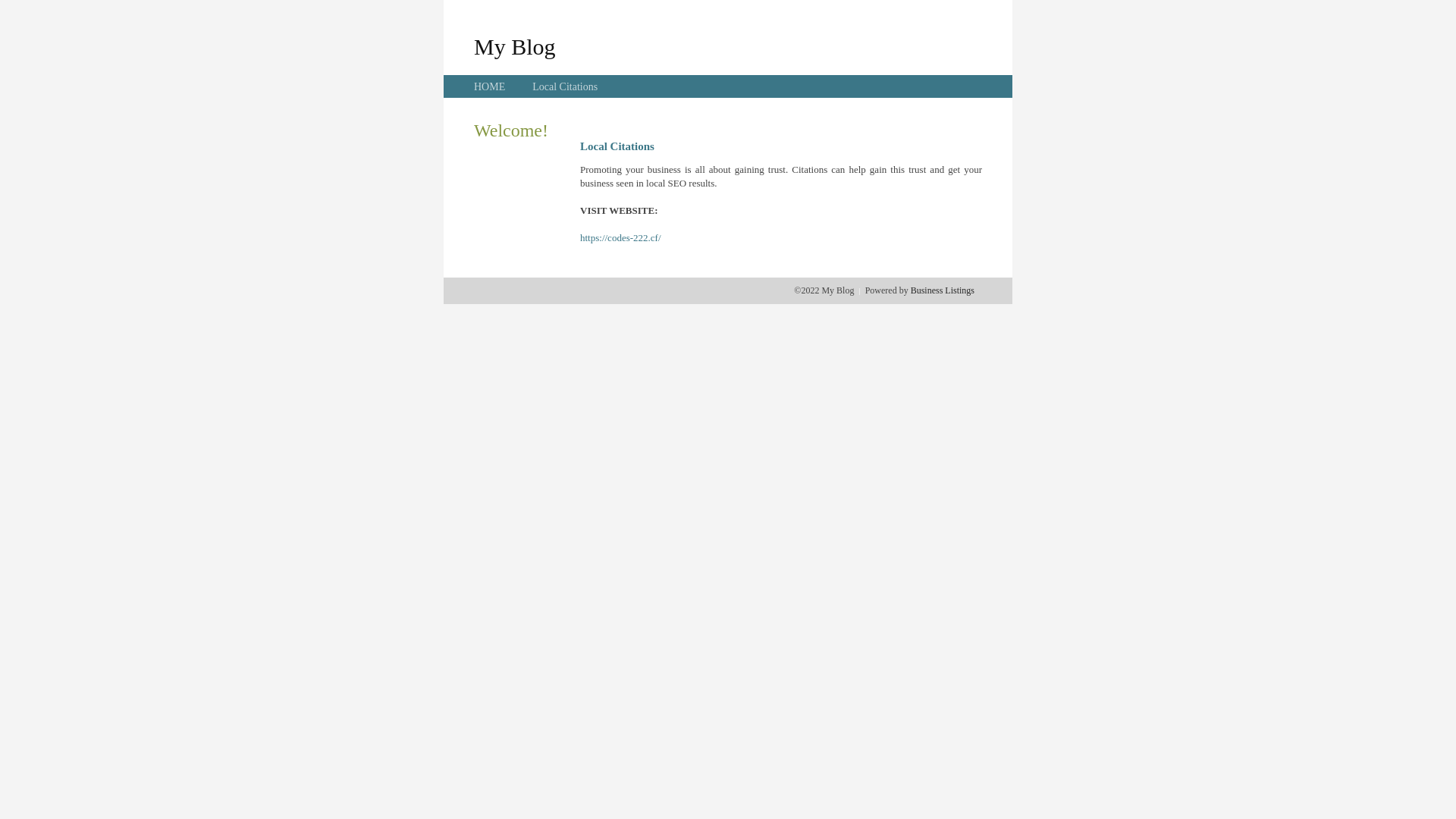 Image resolution: width=1456 pixels, height=819 pixels. Describe the element at coordinates (942, 290) in the screenshot. I see `'Business Listings'` at that location.